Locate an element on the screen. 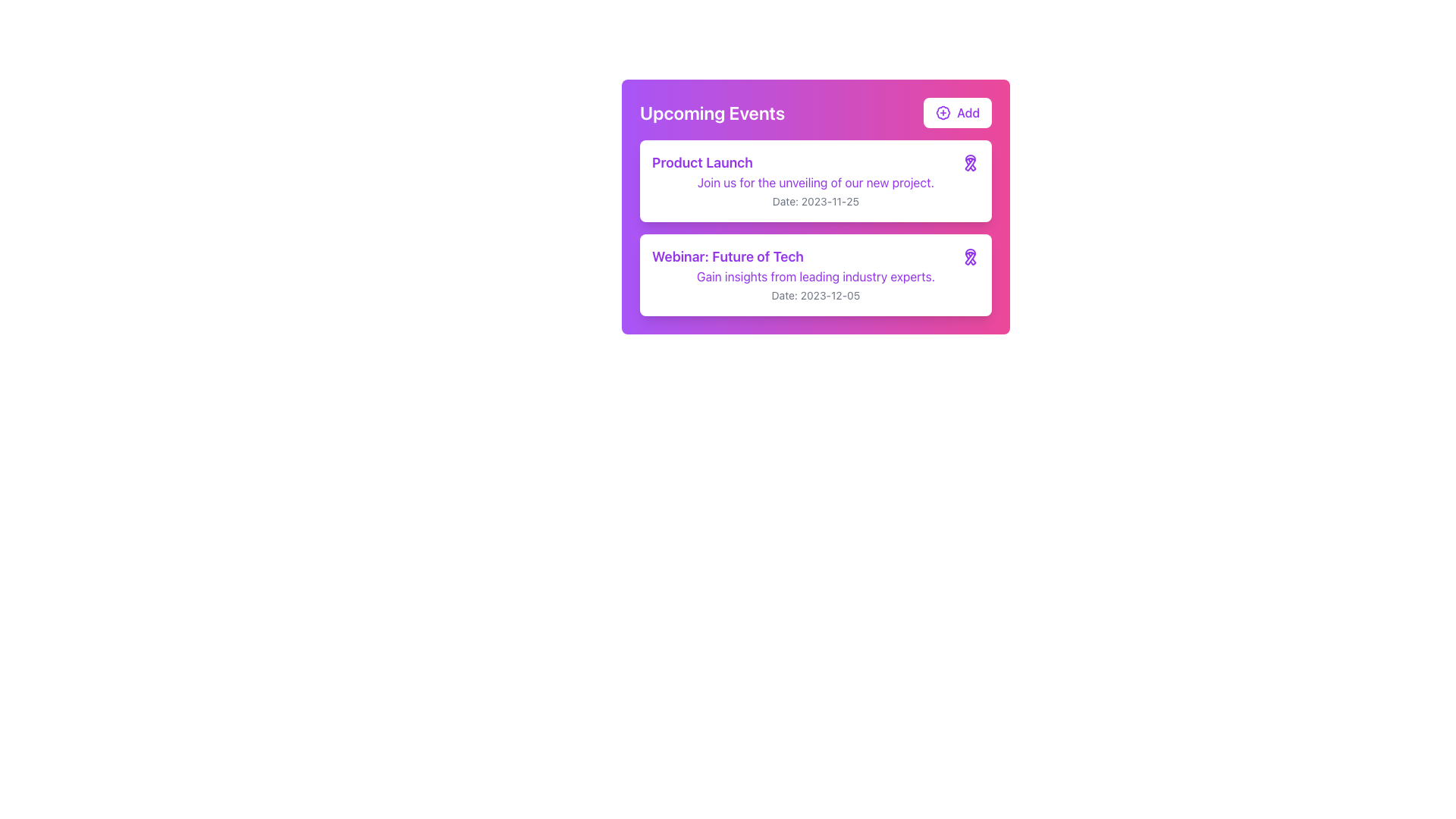 This screenshot has height=819, width=1456. the sleek, modern purple ribbon icon located in the right corner of the second event card in the 'Upcoming Events' section is located at coordinates (971, 163).